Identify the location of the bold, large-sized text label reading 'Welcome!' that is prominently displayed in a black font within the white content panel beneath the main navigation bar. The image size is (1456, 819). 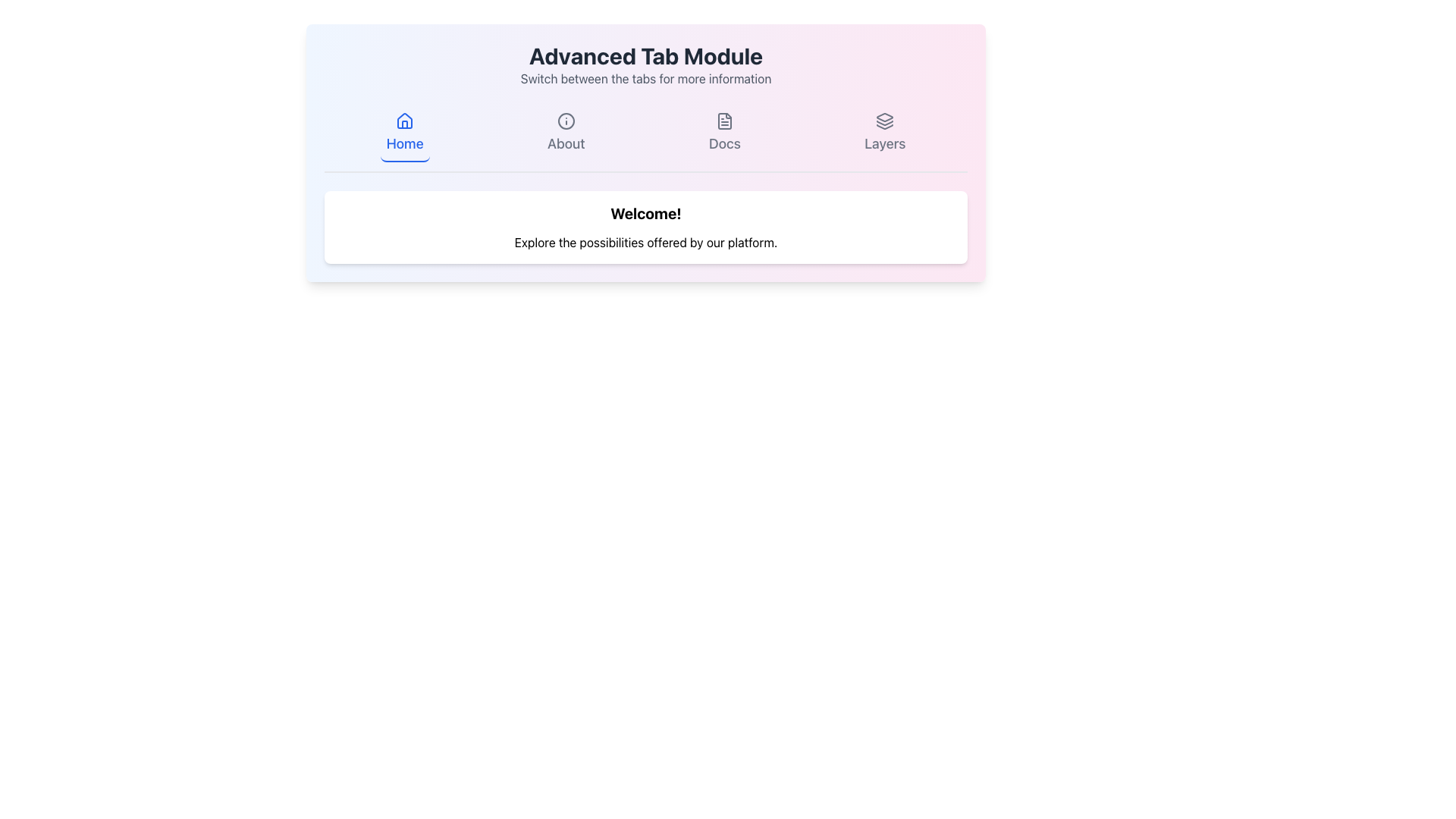
(645, 213).